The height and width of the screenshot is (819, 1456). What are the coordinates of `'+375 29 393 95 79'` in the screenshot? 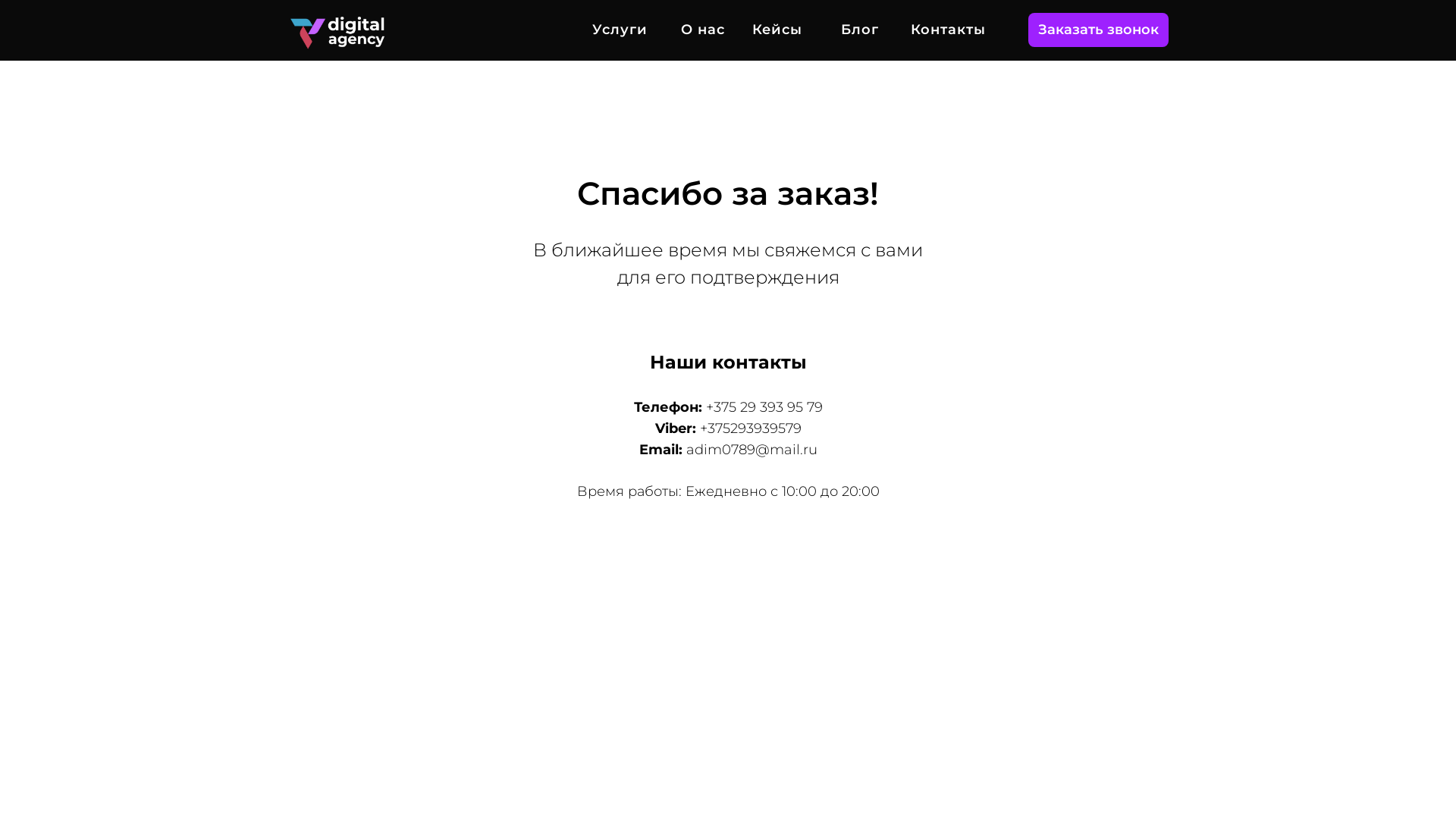 It's located at (704, 406).